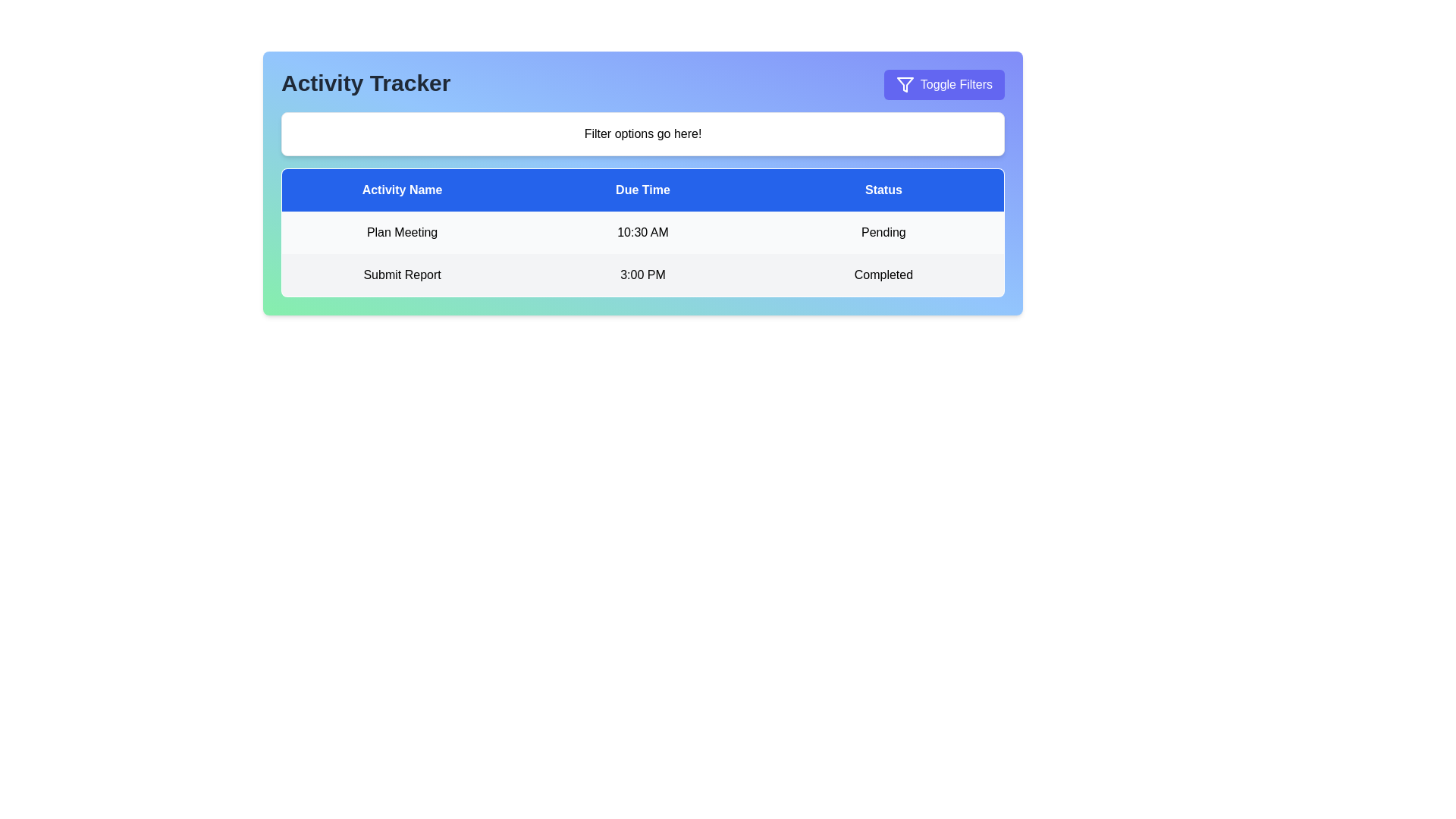  What do you see at coordinates (643, 133) in the screenshot?
I see `the text label that informs the user about filter options, located near the top of the activity tracker interface, just below the toggle filters button` at bounding box center [643, 133].